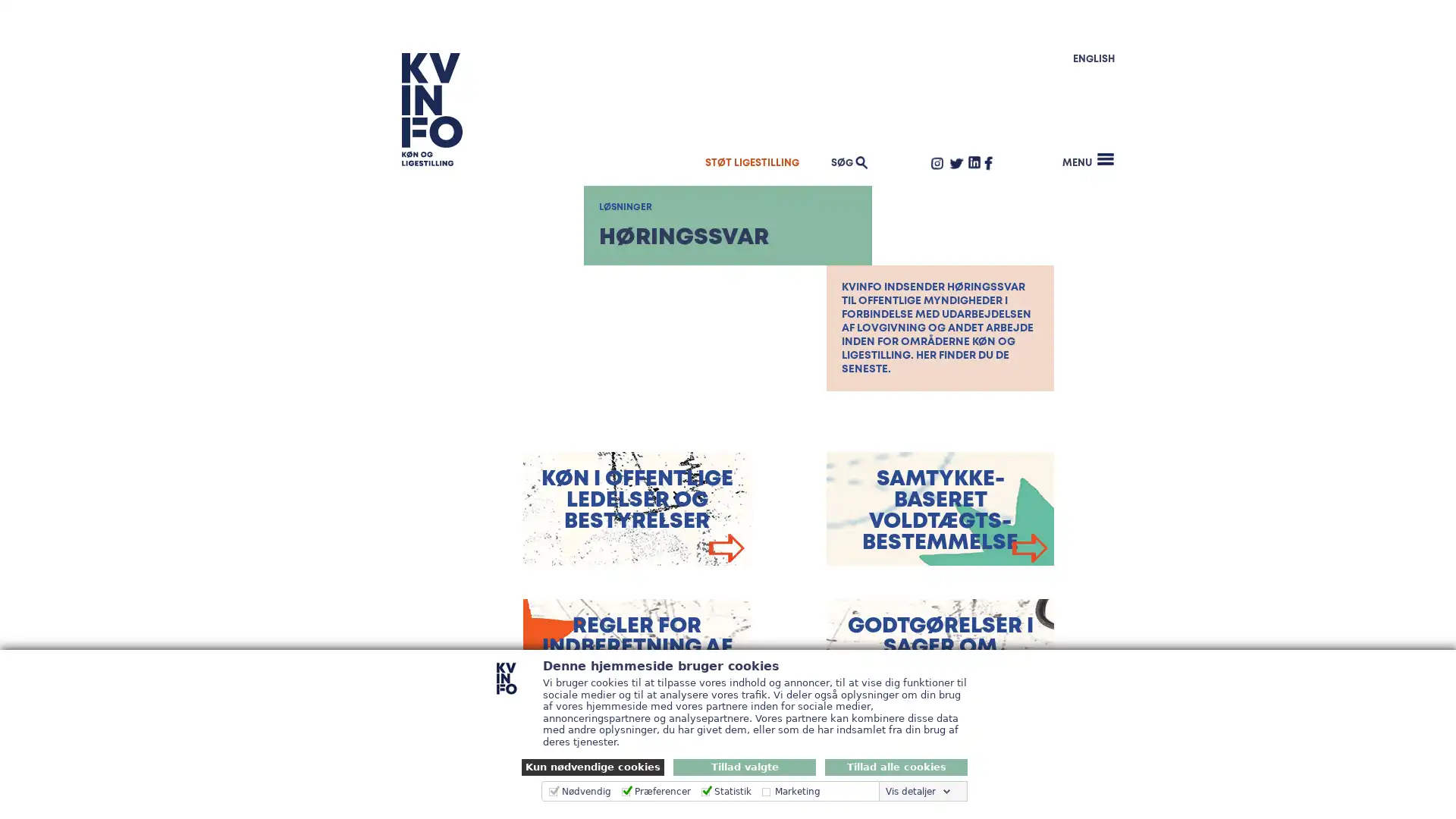  Describe the element at coordinates (1083, 143) in the screenshot. I see `Sg` at that location.